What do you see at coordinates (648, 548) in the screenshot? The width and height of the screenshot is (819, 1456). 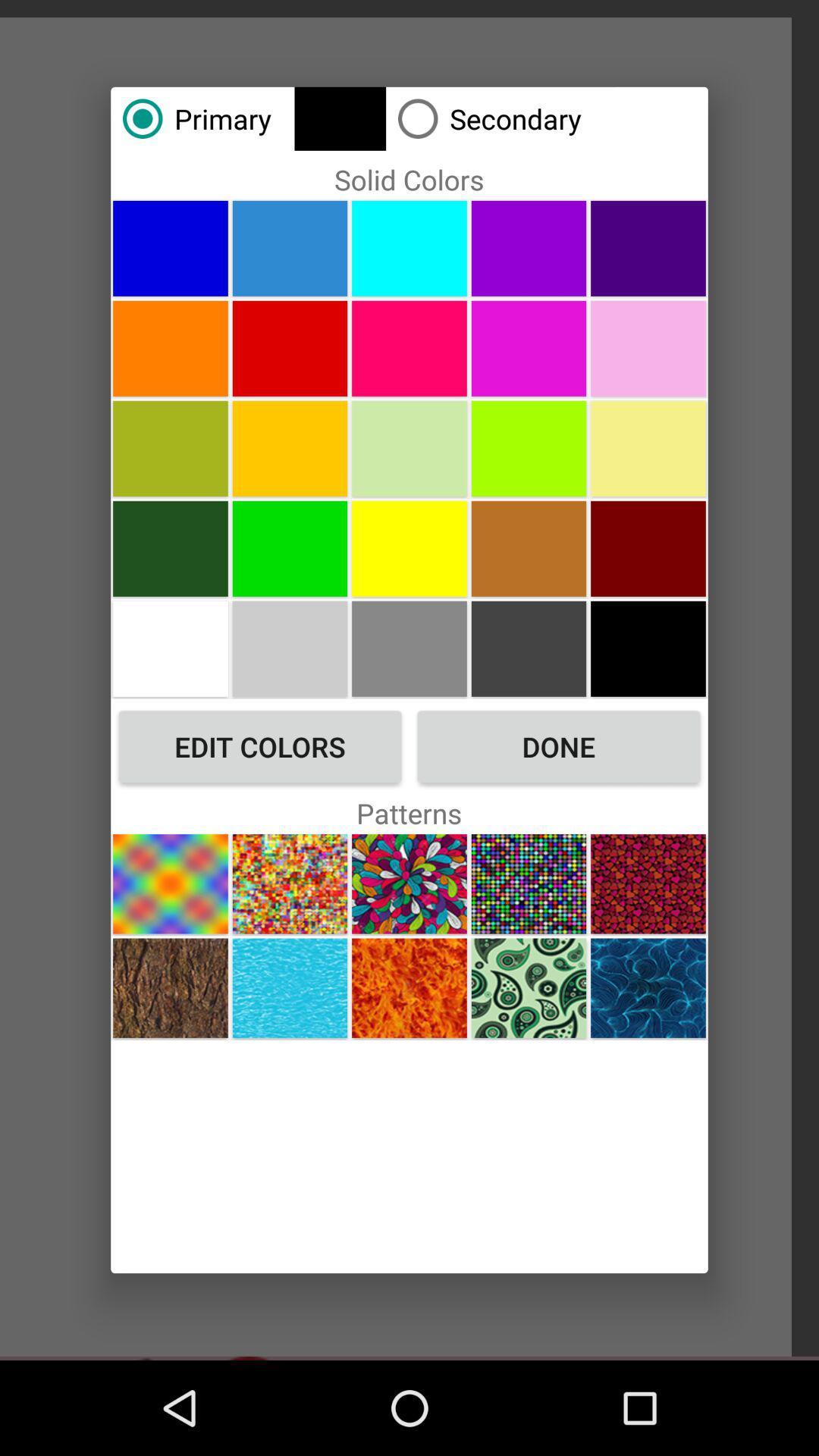 I see `this color` at bounding box center [648, 548].